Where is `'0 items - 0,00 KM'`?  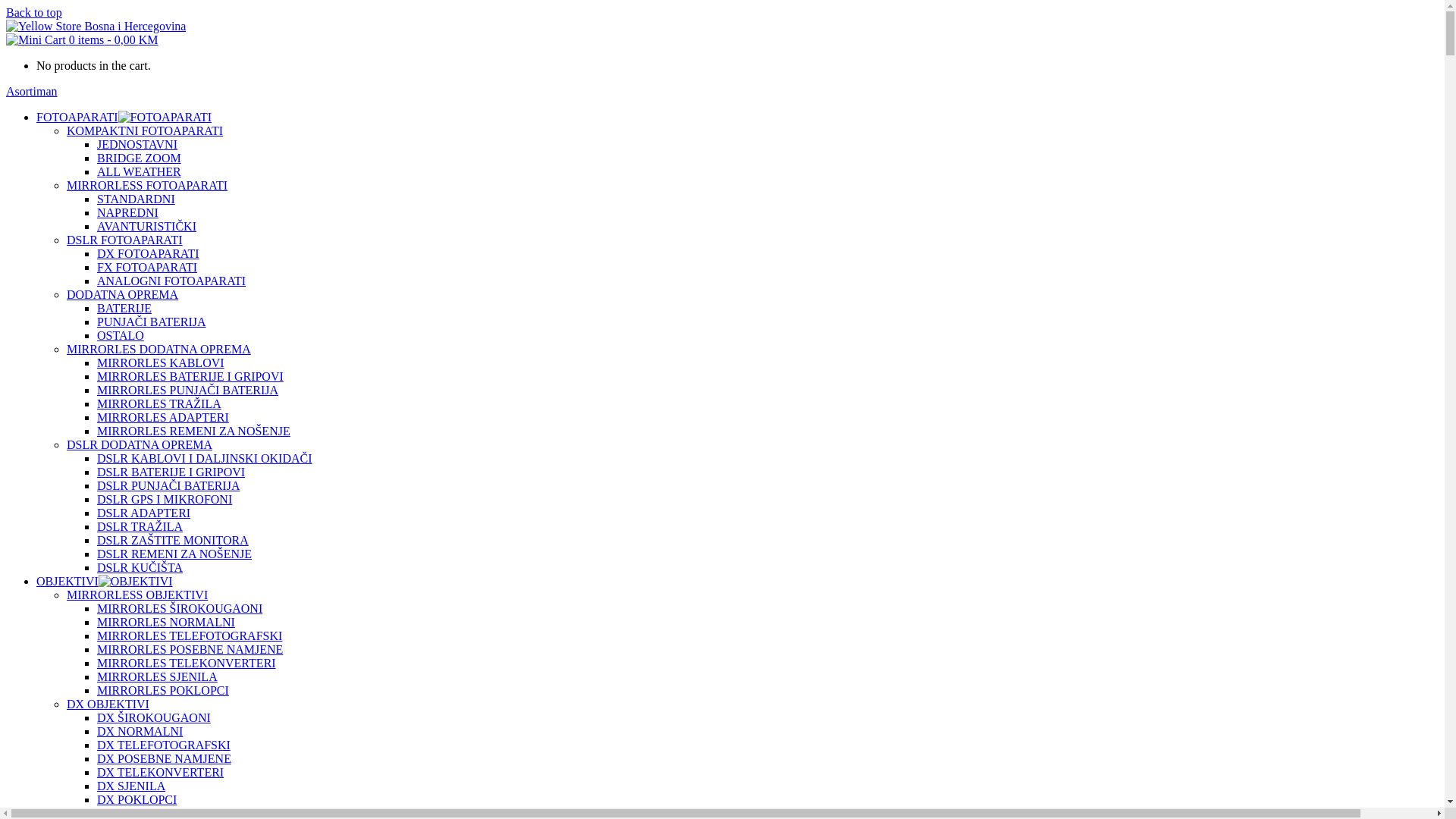 '0 items - 0,00 KM' is located at coordinates (81, 39).